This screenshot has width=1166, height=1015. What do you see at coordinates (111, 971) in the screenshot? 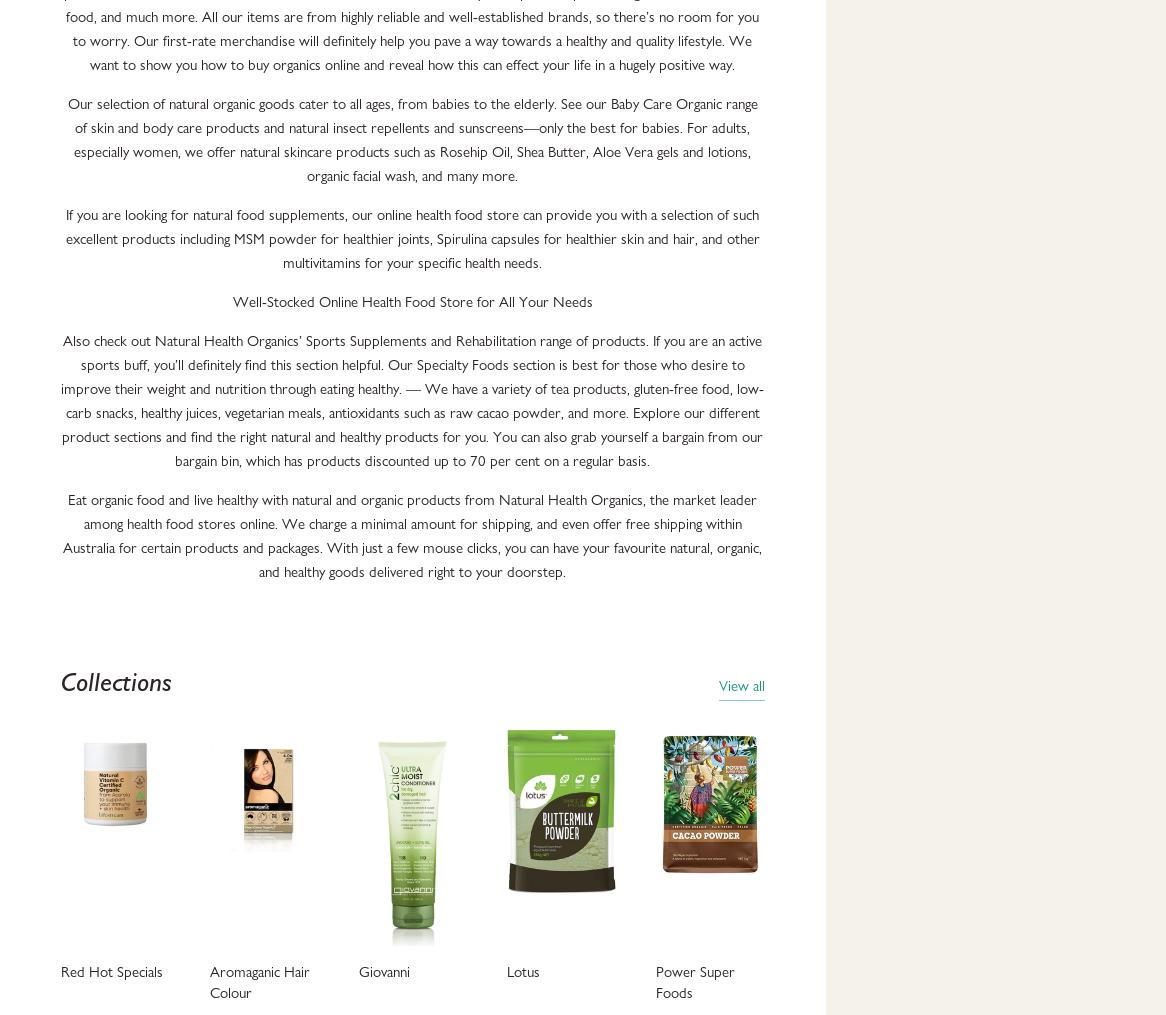
I see `'Red Hot Specials'` at bounding box center [111, 971].